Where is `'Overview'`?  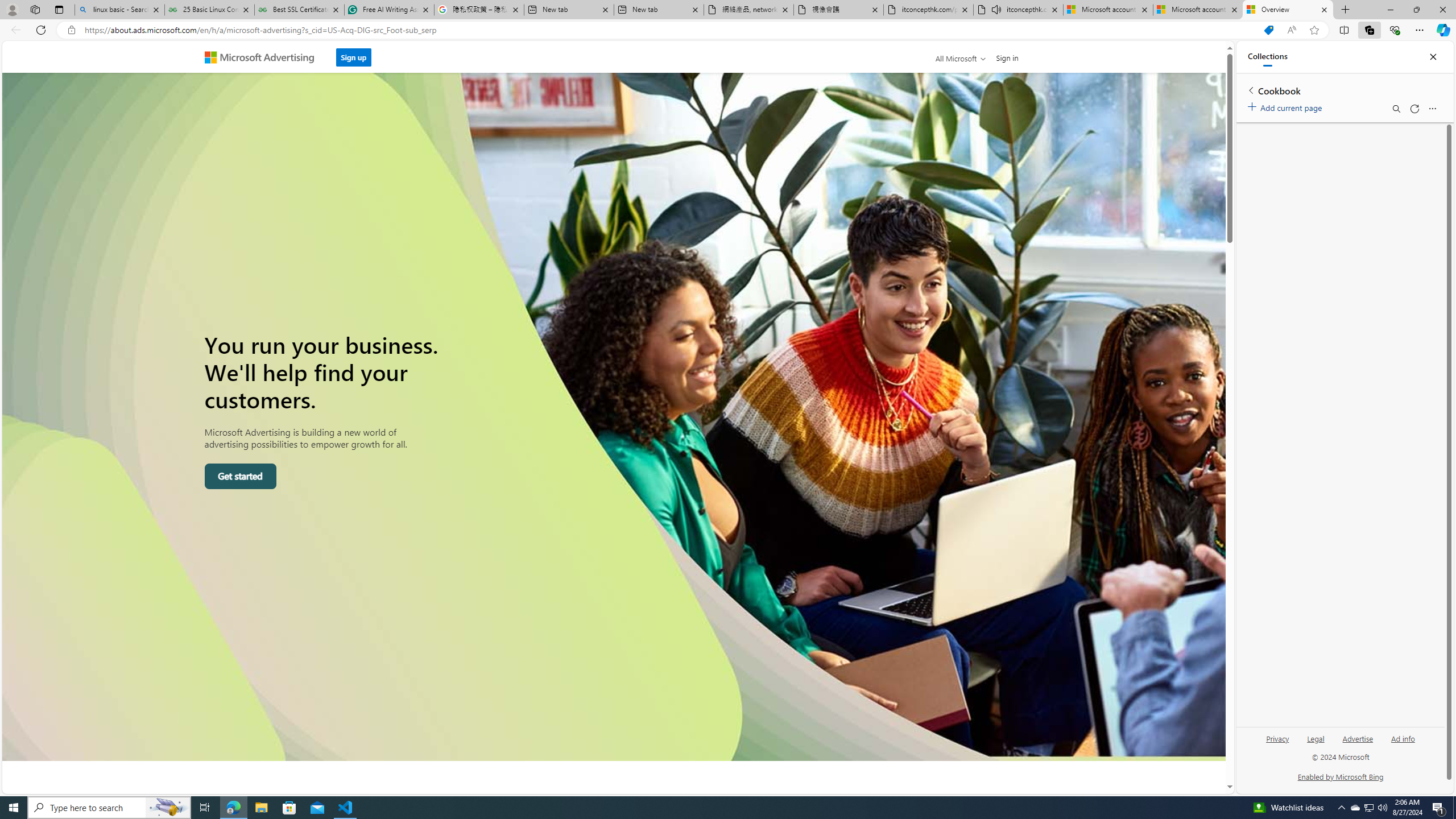 'Overview' is located at coordinates (1287, 9).